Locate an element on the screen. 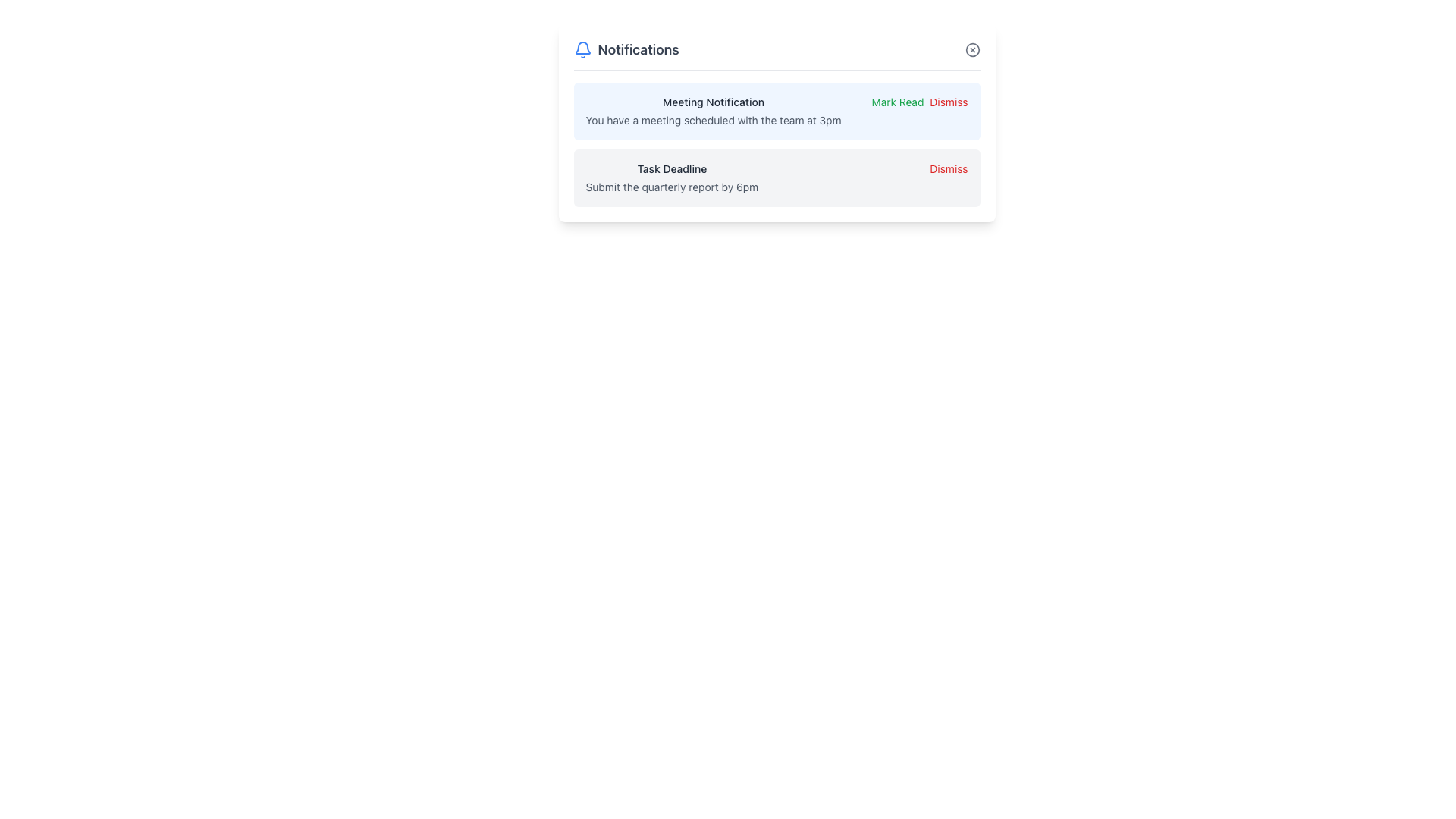 The width and height of the screenshot is (1456, 819). the top notification card displaying the meeting notification at 3pm is located at coordinates (777, 122).